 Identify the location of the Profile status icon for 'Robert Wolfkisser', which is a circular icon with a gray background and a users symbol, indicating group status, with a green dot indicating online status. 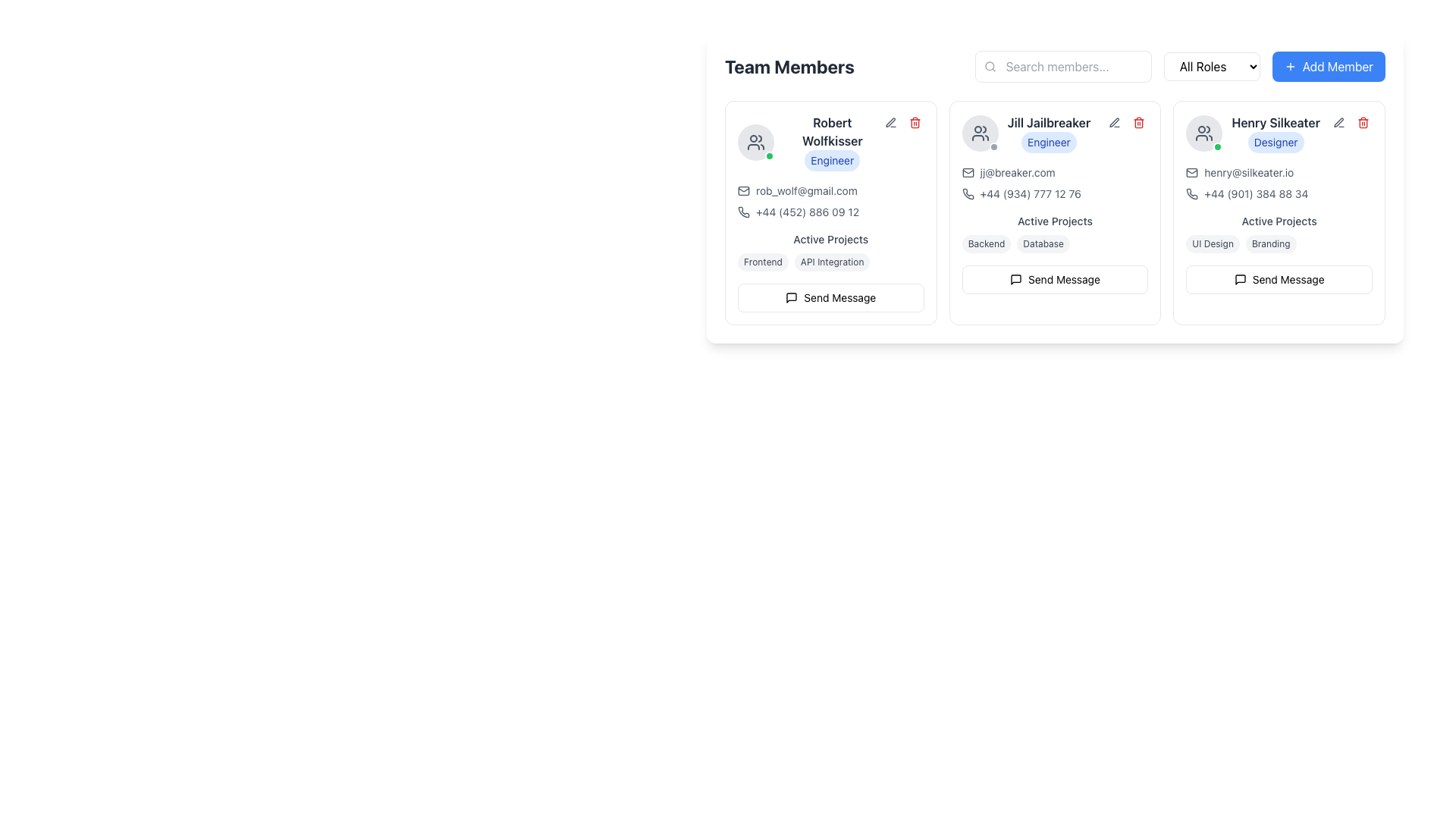
(756, 143).